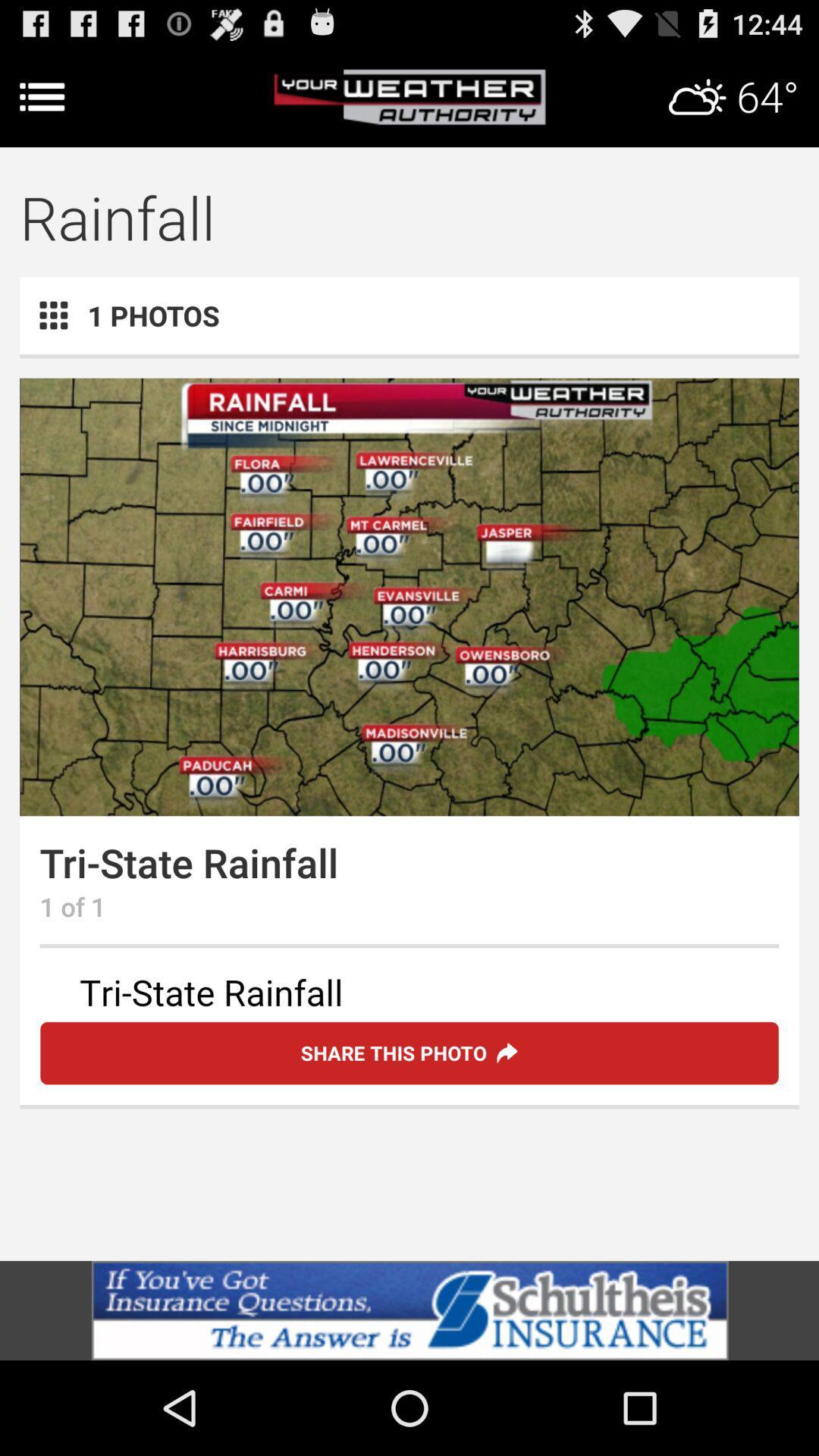 The height and width of the screenshot is (1456, 819). Describe the element at coordinates (409, 994) in the screenshot. I see `the element shows tri-state predicted rainfall` at that location.